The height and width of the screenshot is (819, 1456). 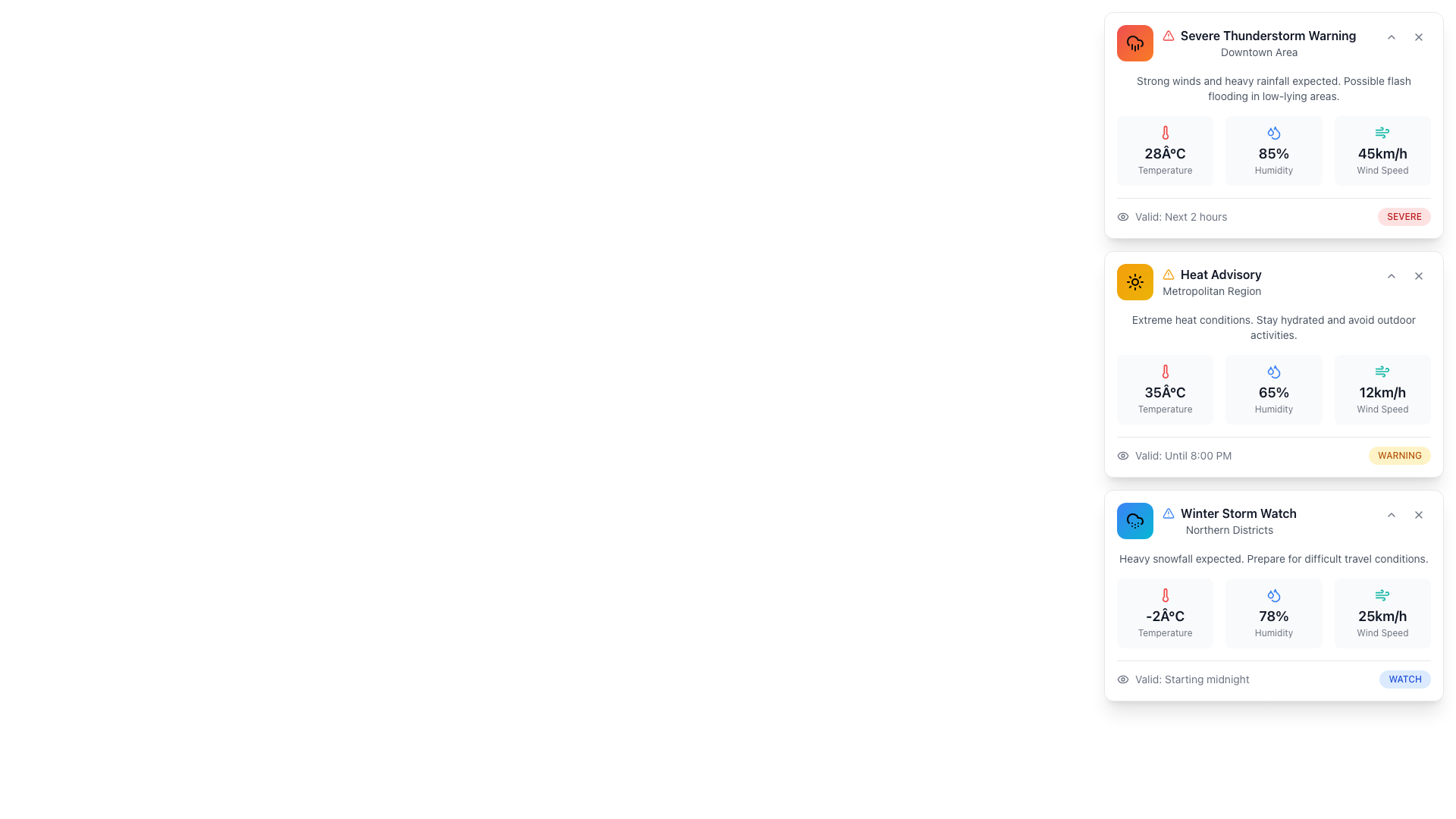 I want to click on the text label displaying '25km/h' in a bold, large font, located at the bottom-right corner of the card layout, below the wind icon and to the left of the label 'Wind Speed', so click(x=1382, y=617).